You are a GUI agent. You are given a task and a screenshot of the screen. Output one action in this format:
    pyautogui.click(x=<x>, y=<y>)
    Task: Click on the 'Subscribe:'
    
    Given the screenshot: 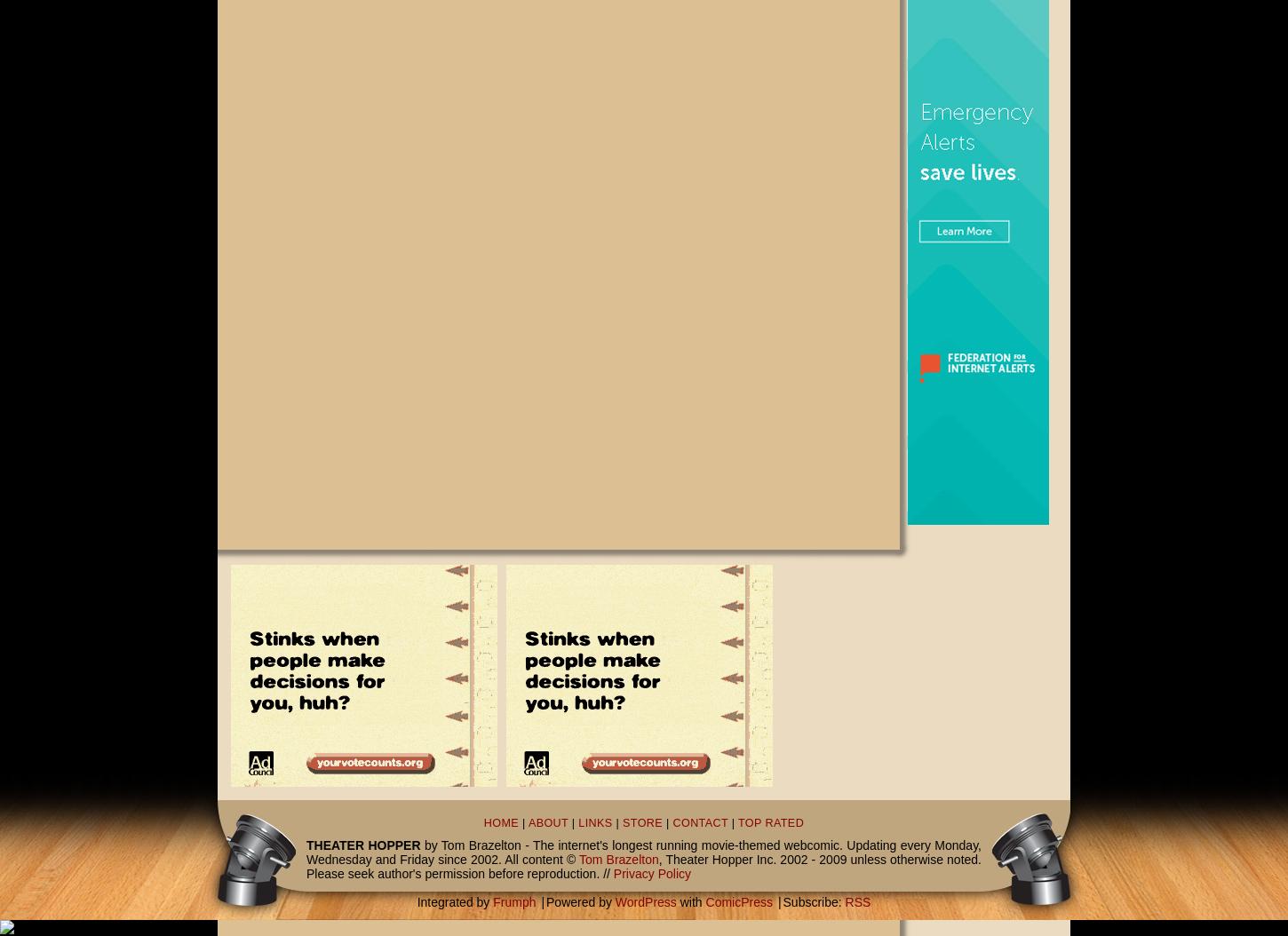 What is the action you would take?
    pyautogui.click(x=812, y=900)
    